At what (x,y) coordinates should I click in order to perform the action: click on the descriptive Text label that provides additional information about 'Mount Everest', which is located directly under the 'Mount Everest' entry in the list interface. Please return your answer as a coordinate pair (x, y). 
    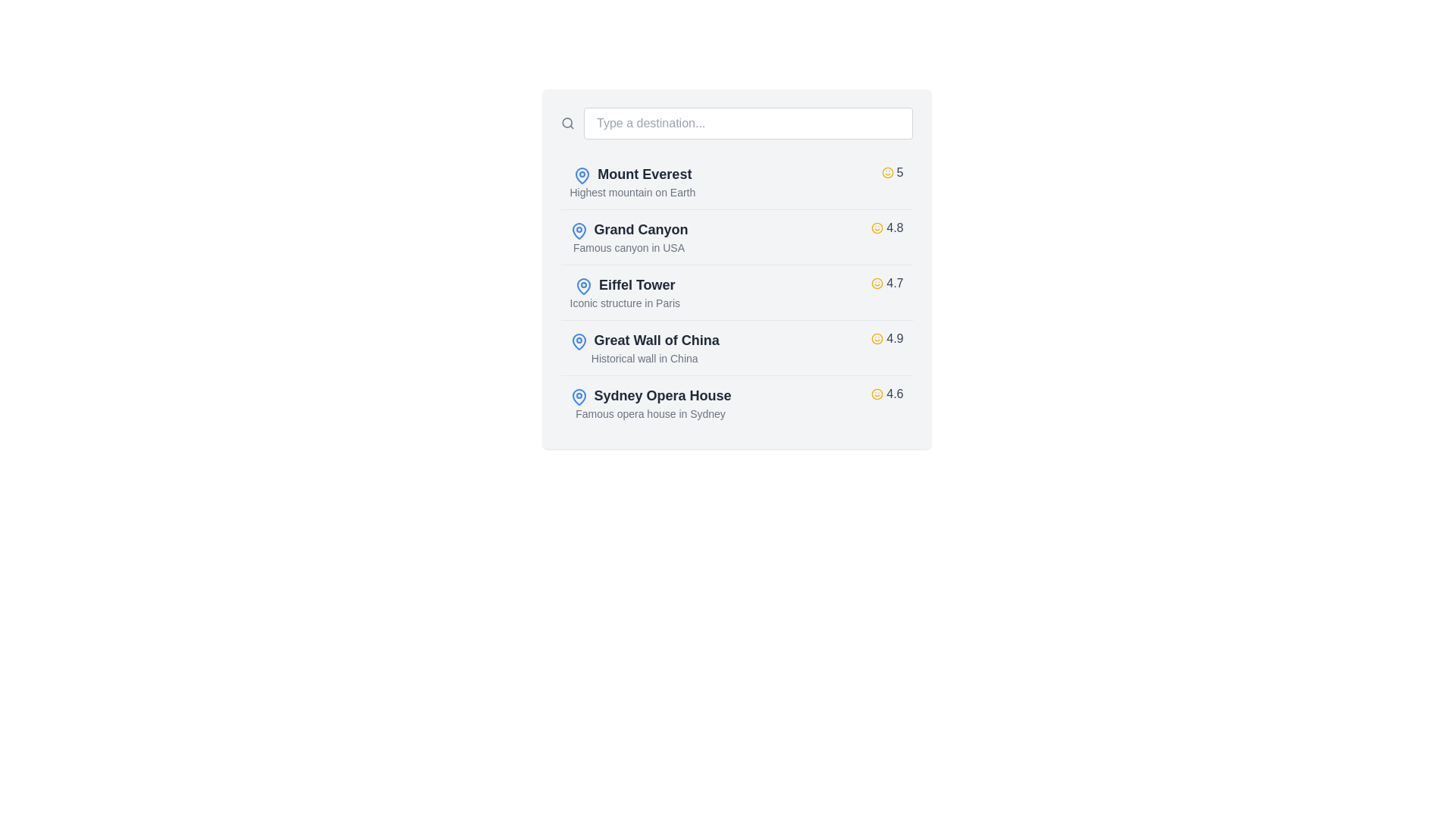
    Looking at the image, I should click on (632, 192).